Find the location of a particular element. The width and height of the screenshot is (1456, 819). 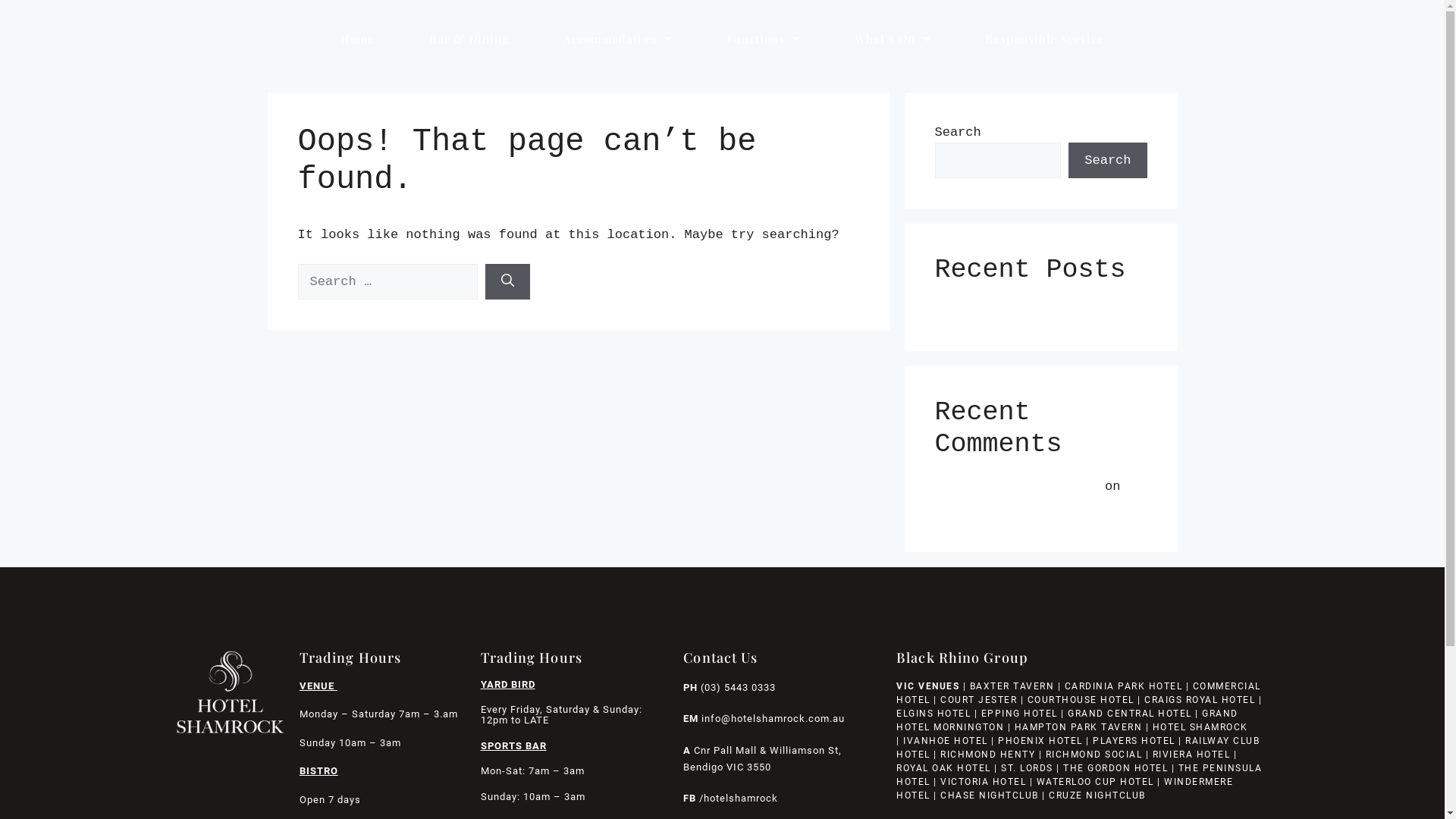

'Functions' is located at coordinates (763, 37).